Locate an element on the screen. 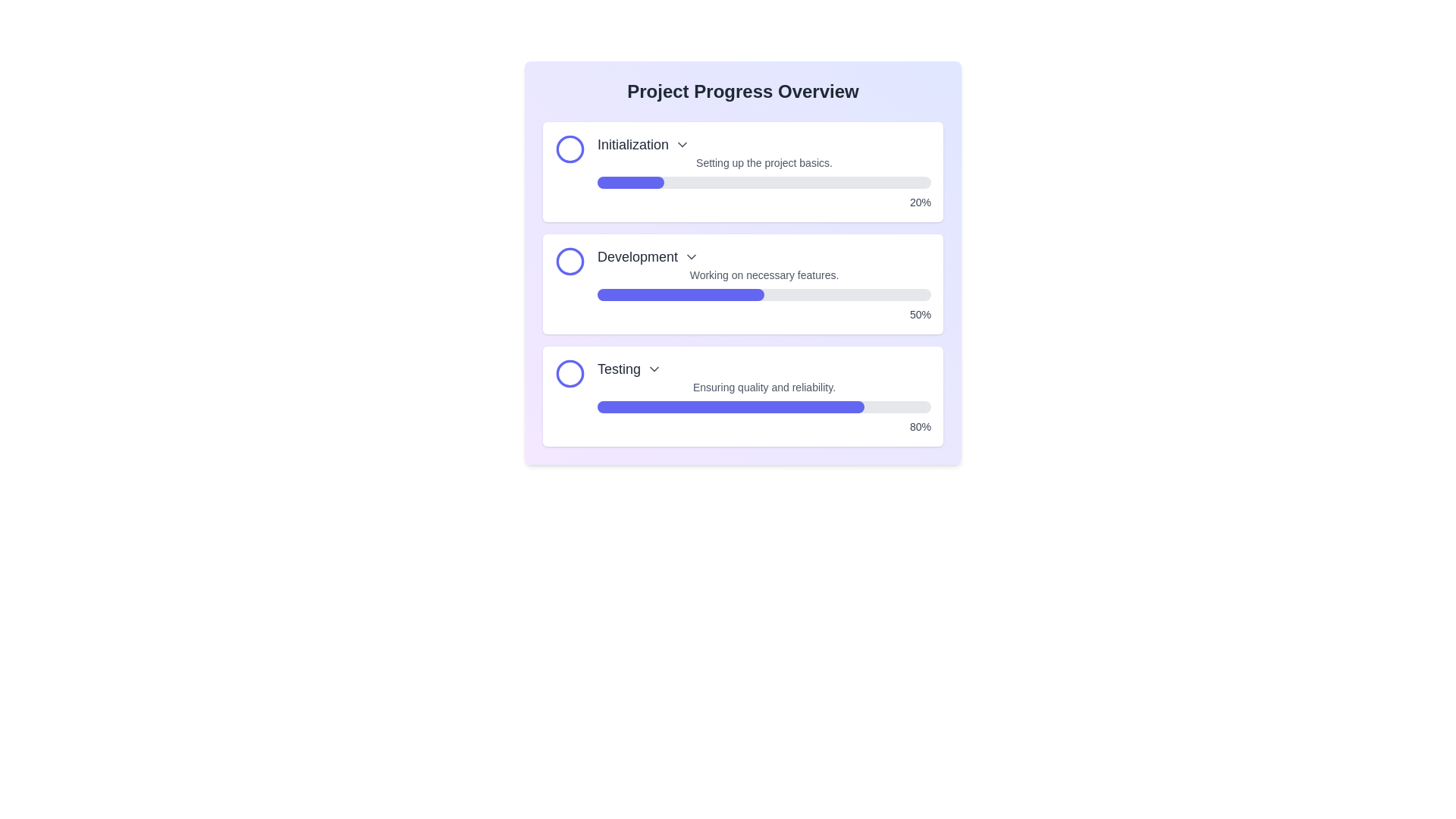 The height and width of the screenshot is (819, 1456). the 'Development' text label which serves as a heading for the project phase in the 'Project Progress Overview' section is located at coordinates (637, 256).